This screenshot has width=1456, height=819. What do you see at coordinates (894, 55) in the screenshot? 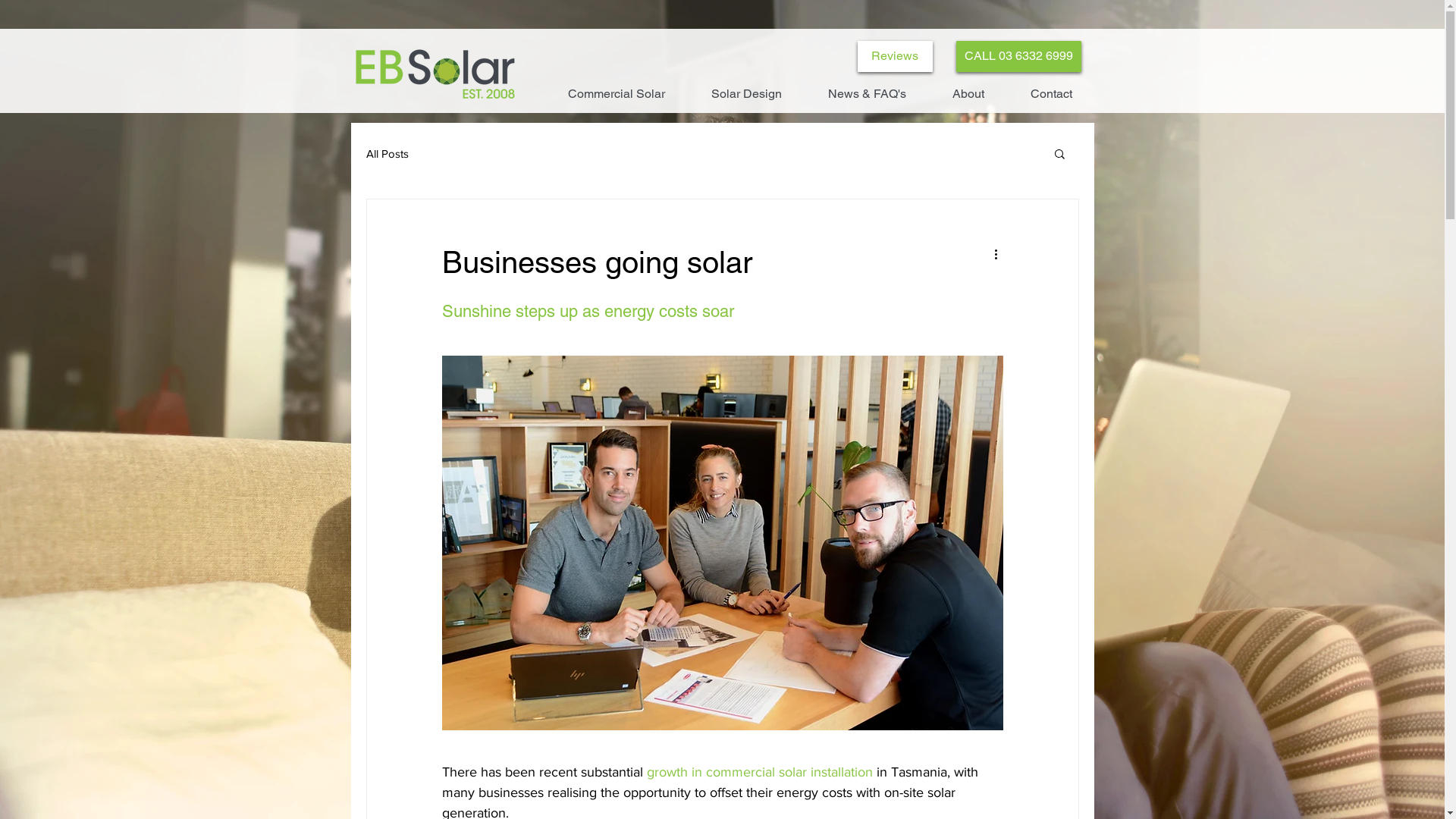
I see `'Reviews'` at bounding box center [894, 55].